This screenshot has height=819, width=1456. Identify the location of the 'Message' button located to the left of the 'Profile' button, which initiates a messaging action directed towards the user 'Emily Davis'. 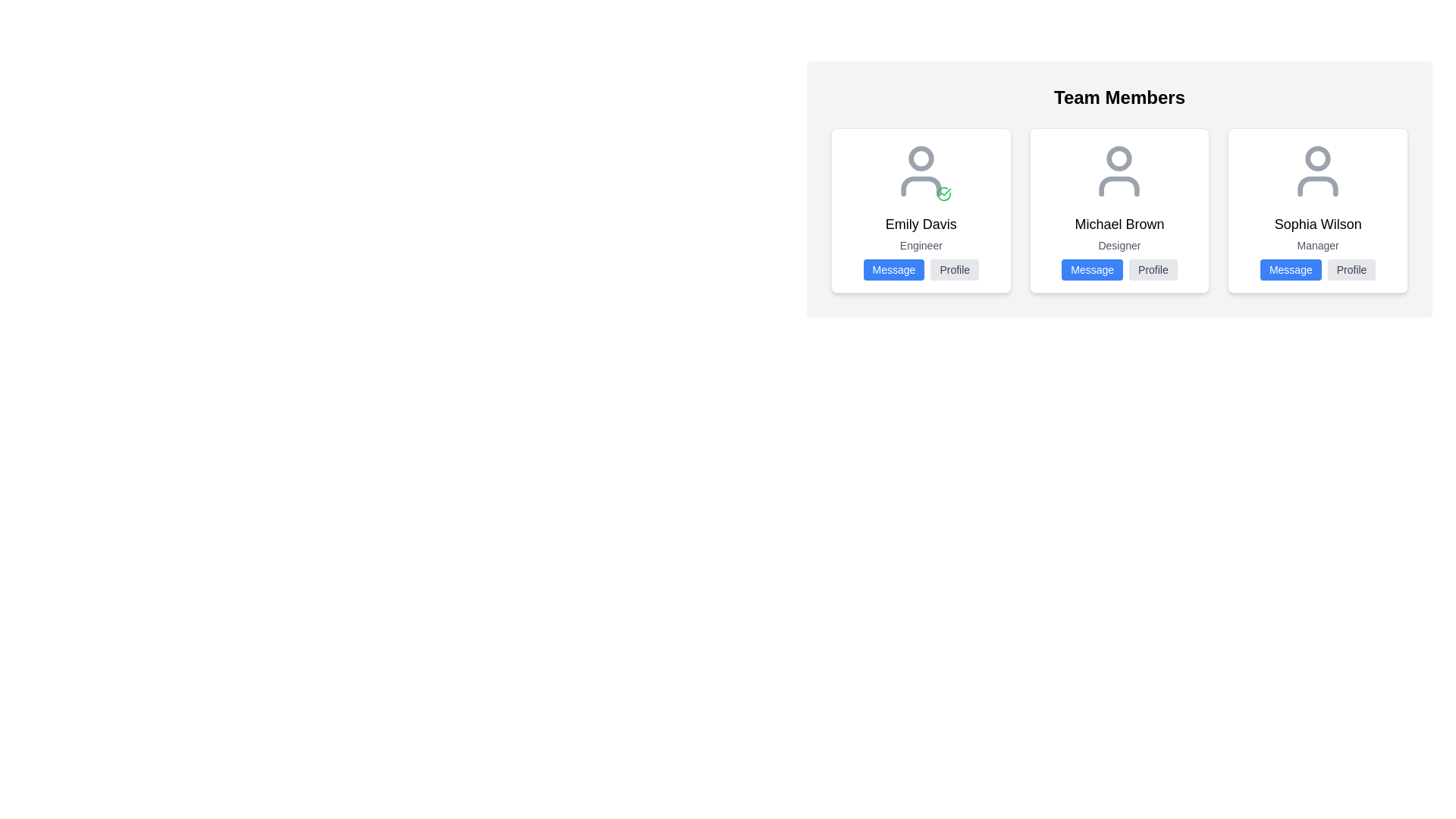
(894, 268).